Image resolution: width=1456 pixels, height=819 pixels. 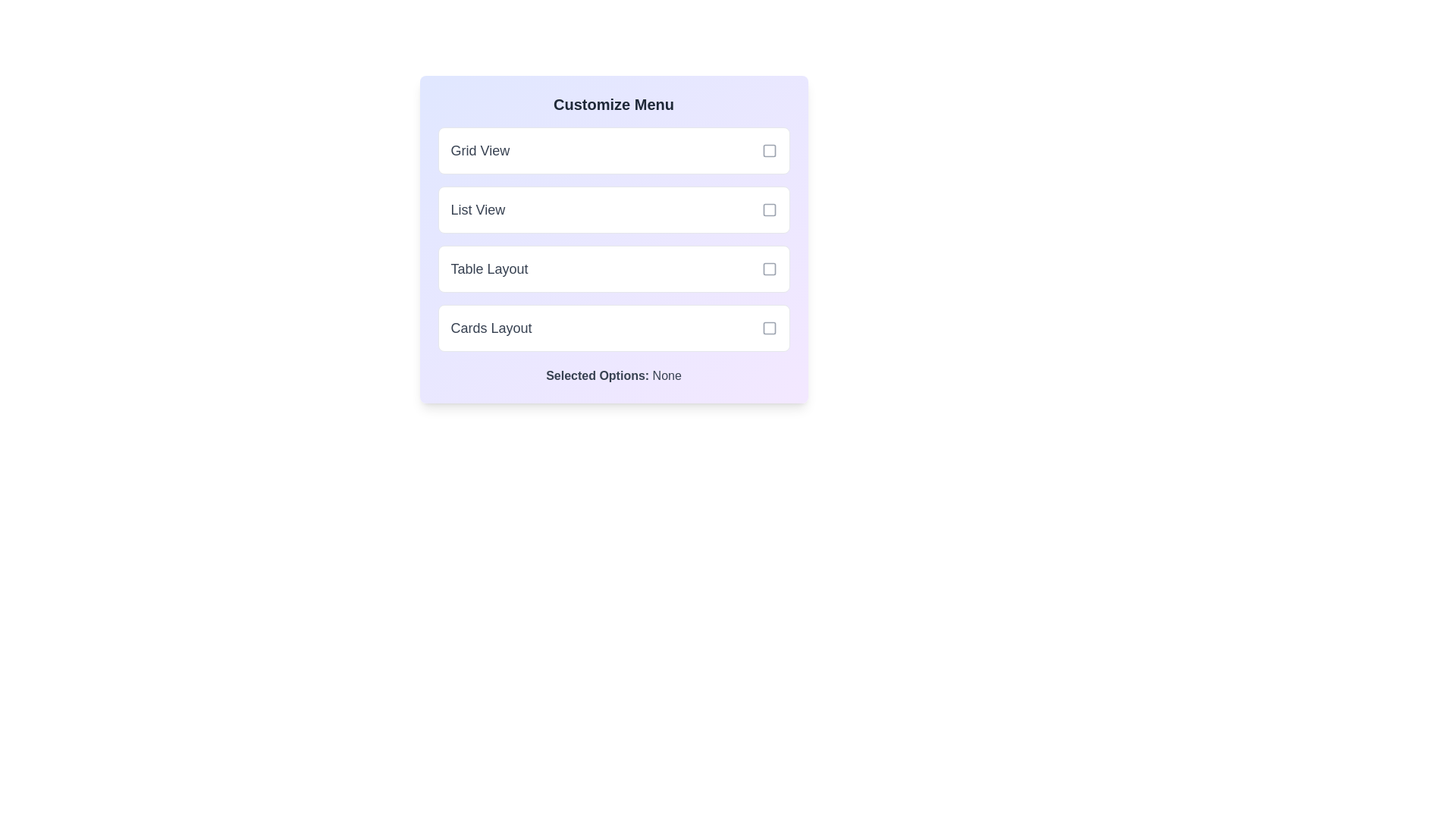 What do you see at coordinates (769, 210) in the screenshot?
I see `the 'List View' checkbox in the 'Customize Menu' section to provide visual feedback` at bounding box center [769, 210].